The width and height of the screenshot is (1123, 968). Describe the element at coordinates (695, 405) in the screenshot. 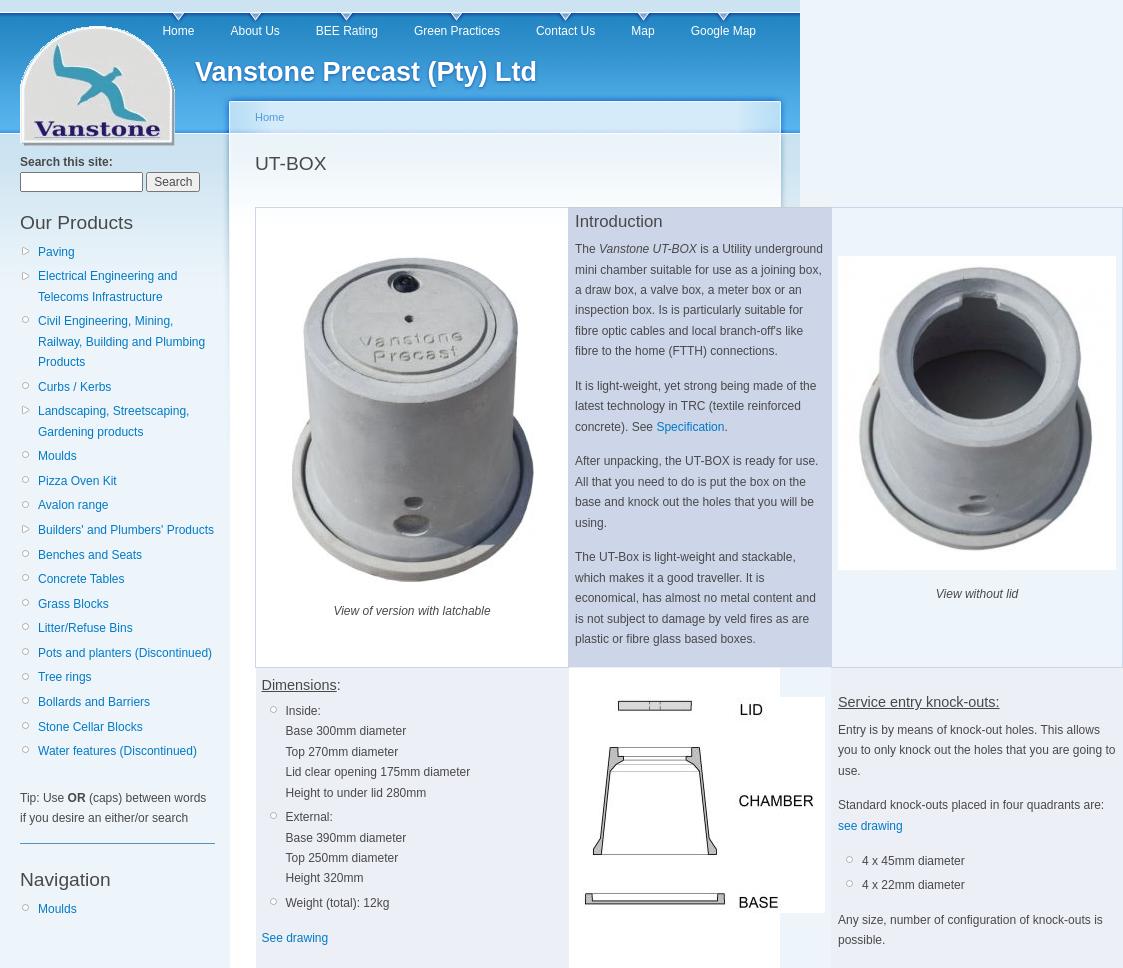

I see `'It is light-weight, yet strong being made of the latest technology in TRC (textile reinforced concrete). See'` at that location.